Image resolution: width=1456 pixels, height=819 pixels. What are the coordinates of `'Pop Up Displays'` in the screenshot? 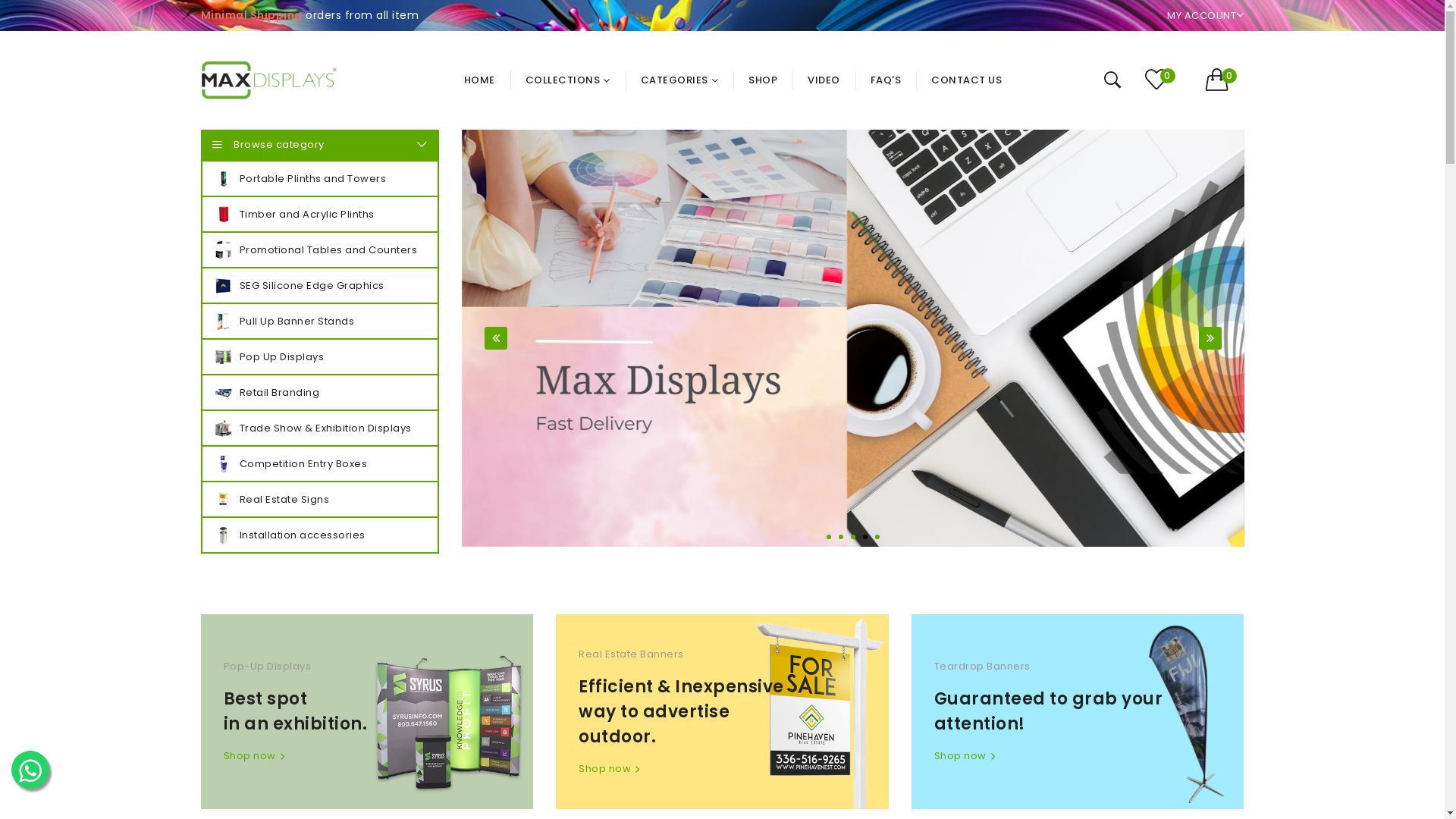 It's located at (318, 356).